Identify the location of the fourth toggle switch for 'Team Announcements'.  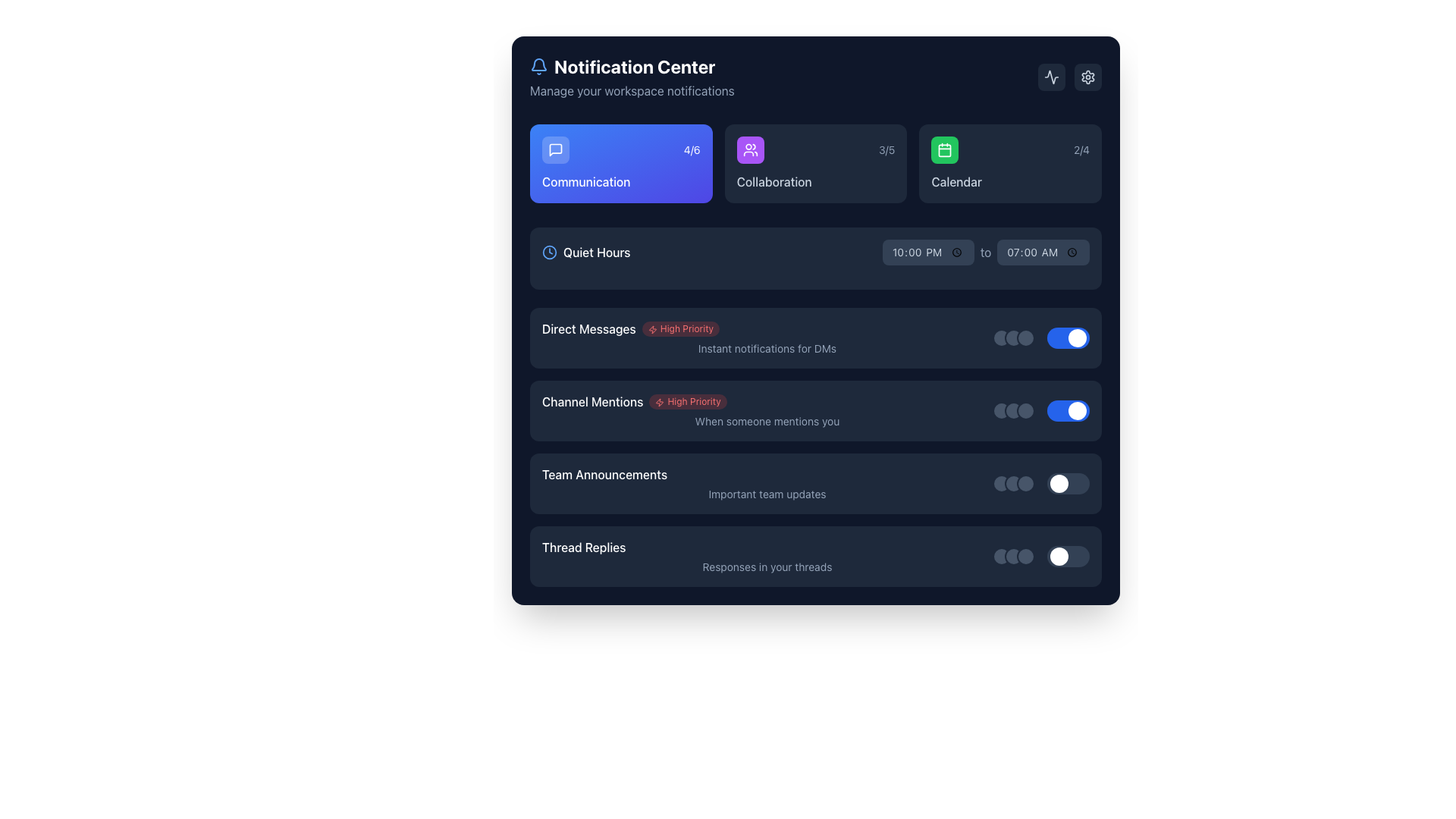
(1068, 483).